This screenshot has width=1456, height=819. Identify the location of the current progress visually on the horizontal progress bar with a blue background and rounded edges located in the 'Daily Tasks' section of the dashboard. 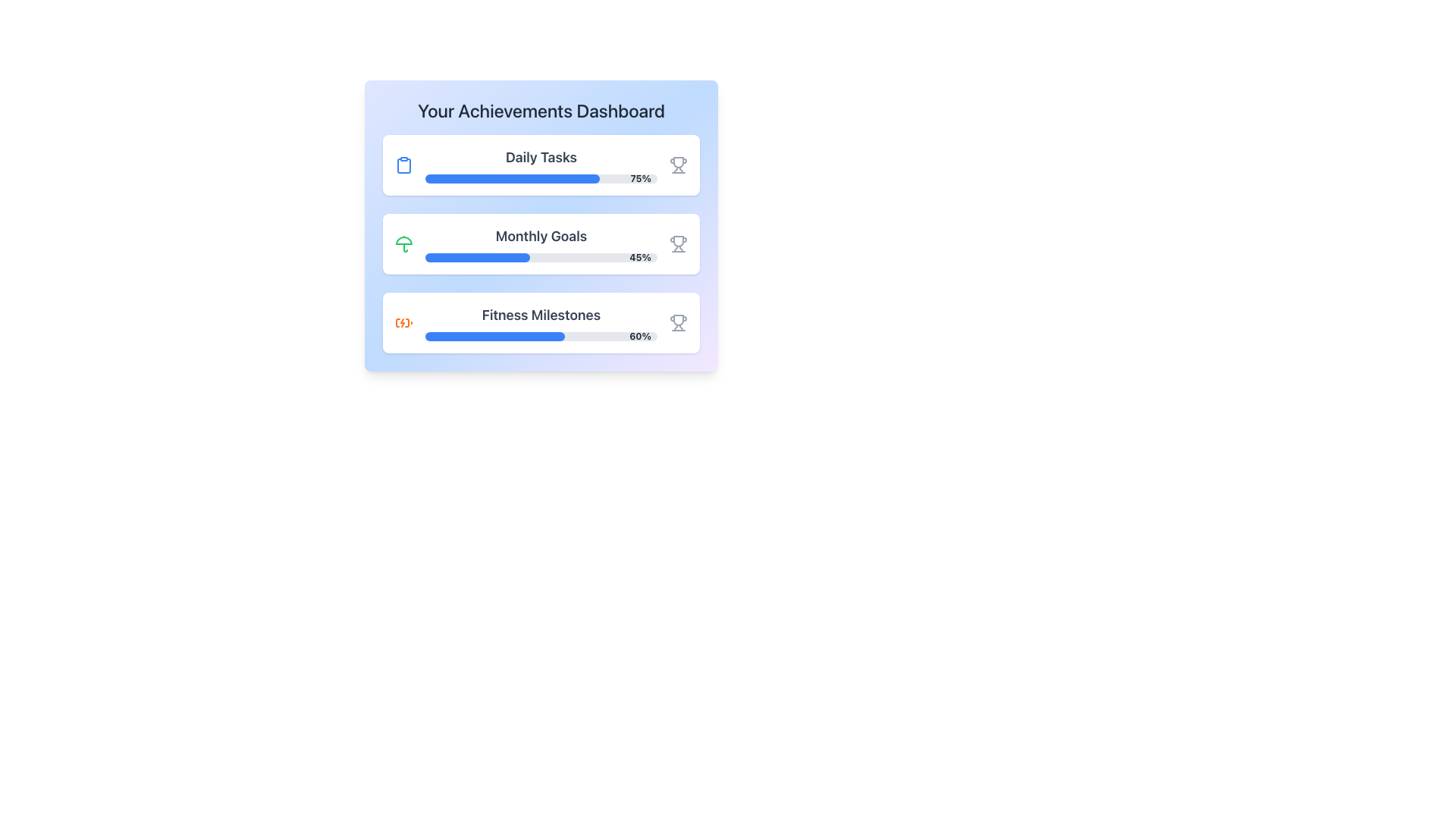
(512, 177).